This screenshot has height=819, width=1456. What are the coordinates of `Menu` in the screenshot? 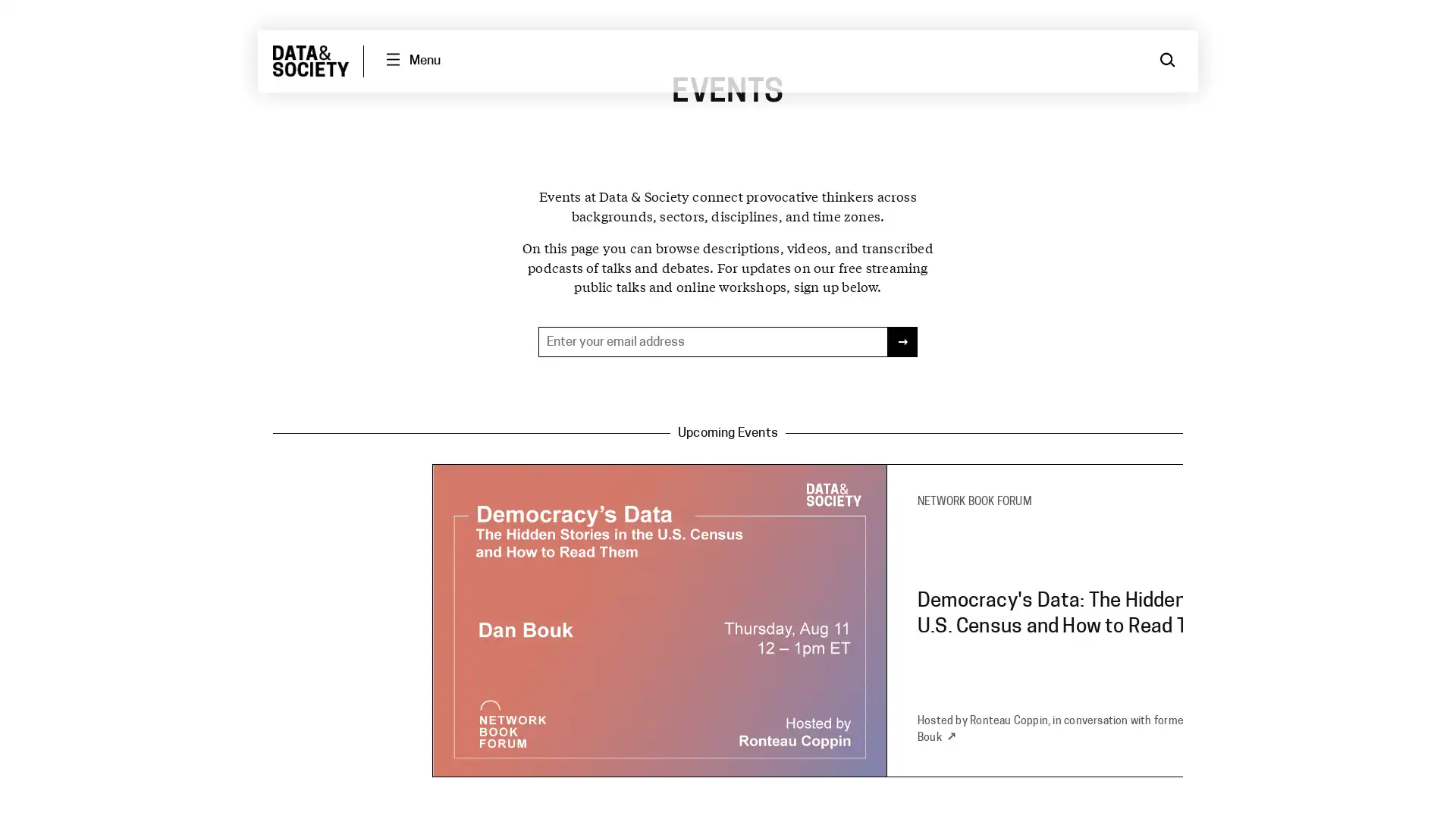 It's located at (412, 60).